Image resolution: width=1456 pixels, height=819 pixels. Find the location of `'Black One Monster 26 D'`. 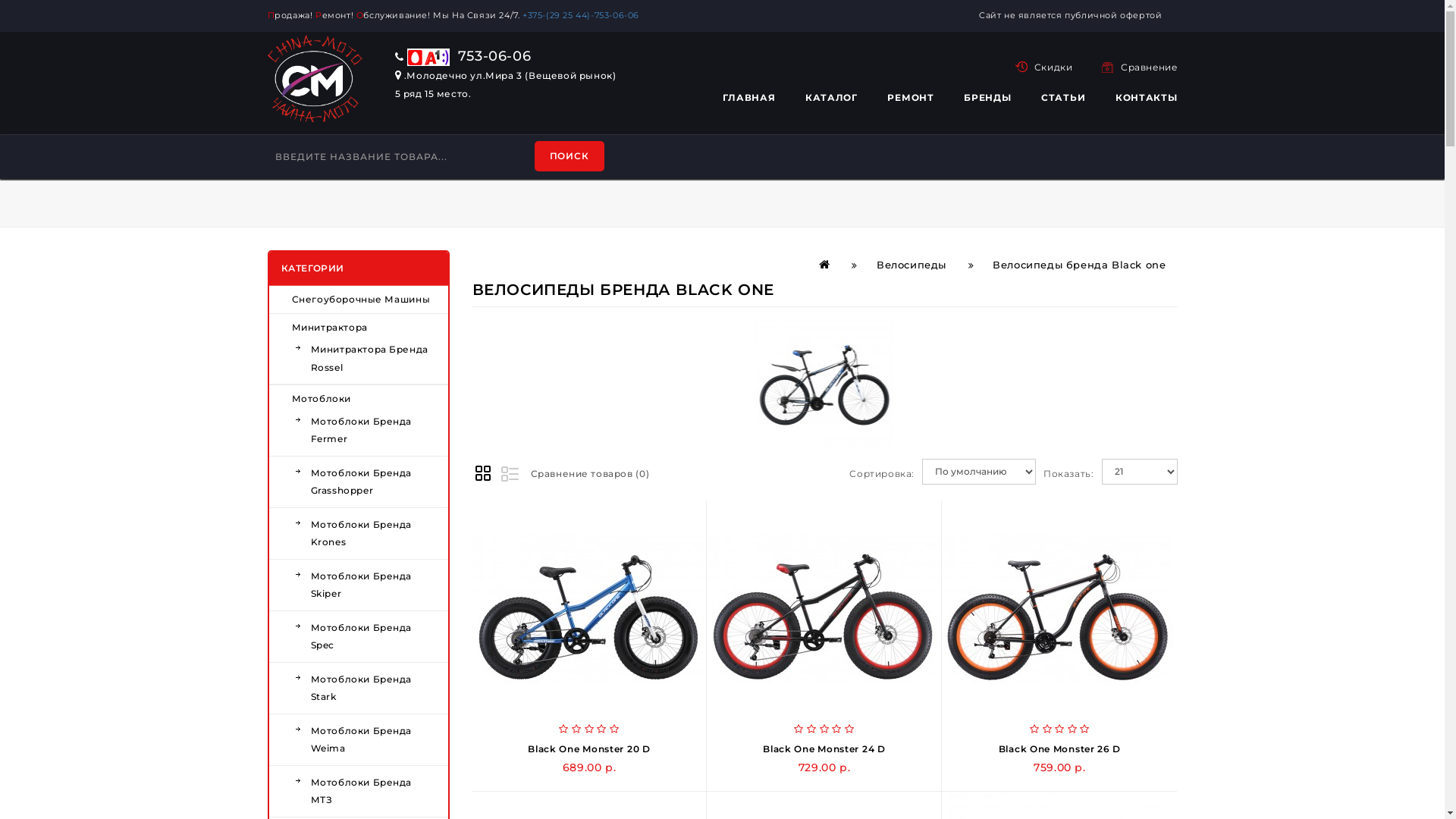

'Black One Monster 26 D' is located at coordinates (1059, 748).